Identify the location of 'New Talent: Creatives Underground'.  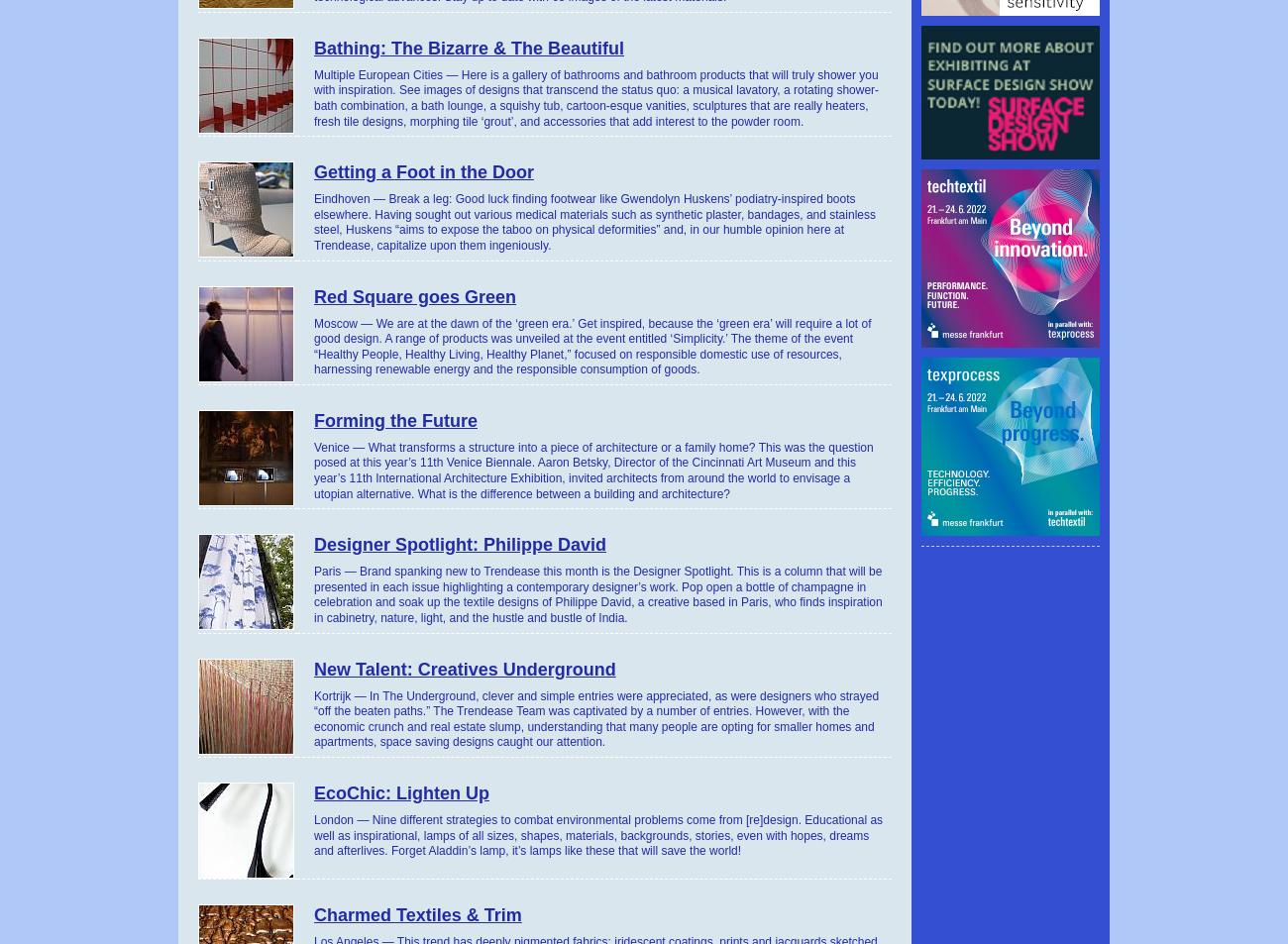
(464, 669).